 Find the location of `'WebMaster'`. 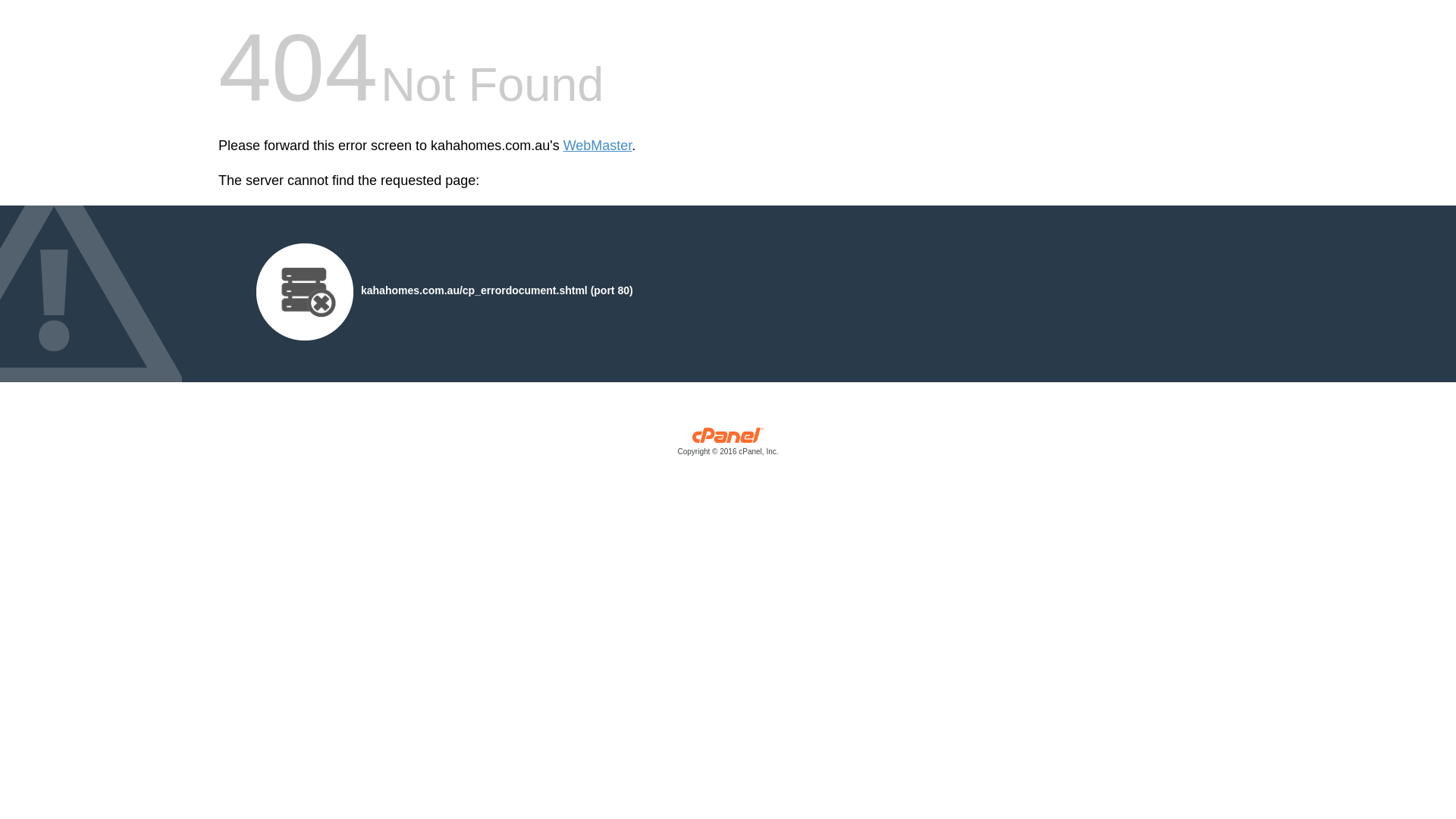

'WebMaster' is located at coordinates (563, 146).